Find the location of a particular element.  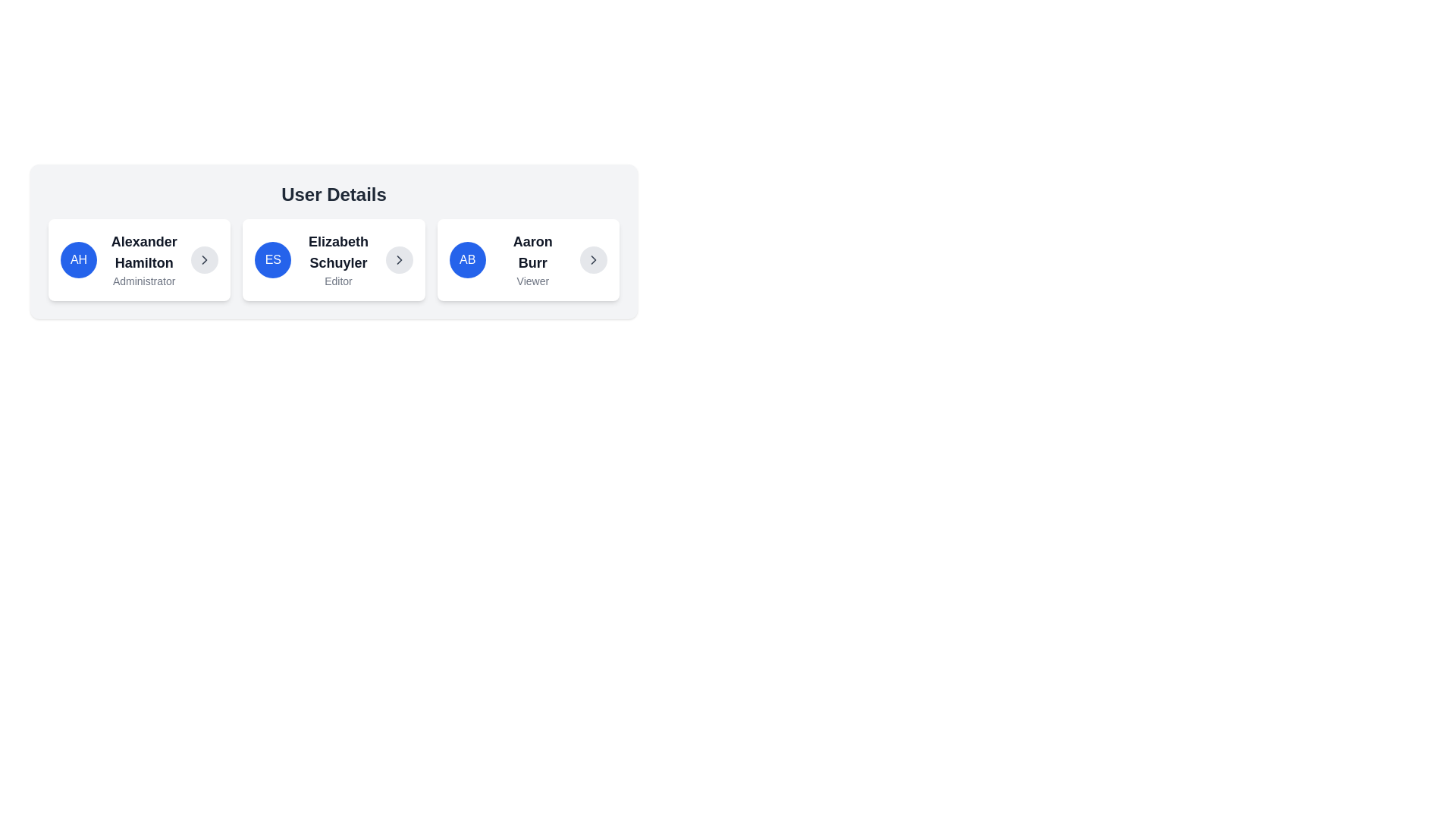

the 'Viewer' text label, which is styled in a small light gray font and located below the bold 'Aaron Burr' title in the user card interface is located at coordinates (532, 281).